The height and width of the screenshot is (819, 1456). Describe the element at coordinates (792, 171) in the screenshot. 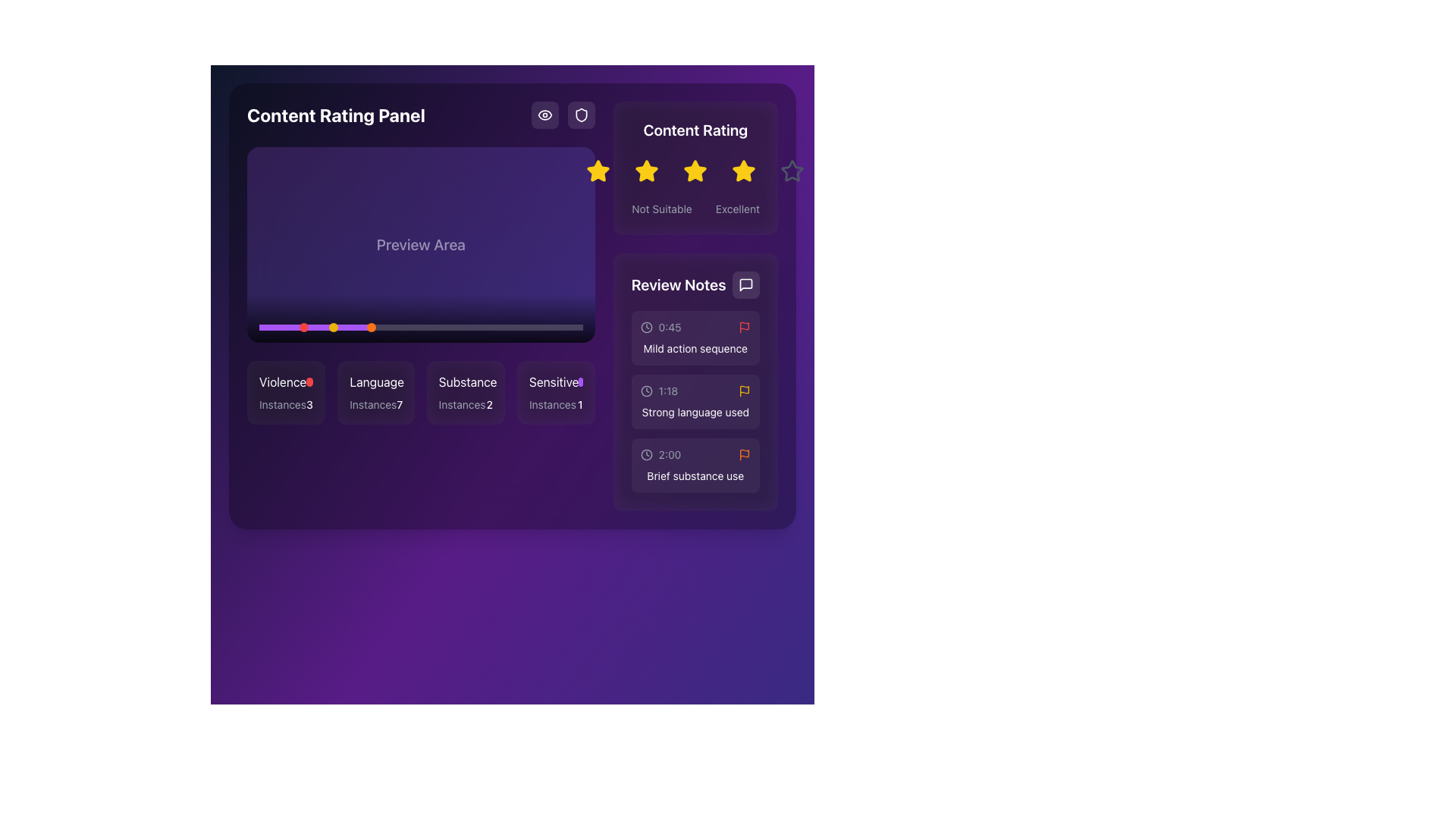

I see `the fifth star icon in the 'Content Rating' section, which serves as an interactive rating option` at that location.